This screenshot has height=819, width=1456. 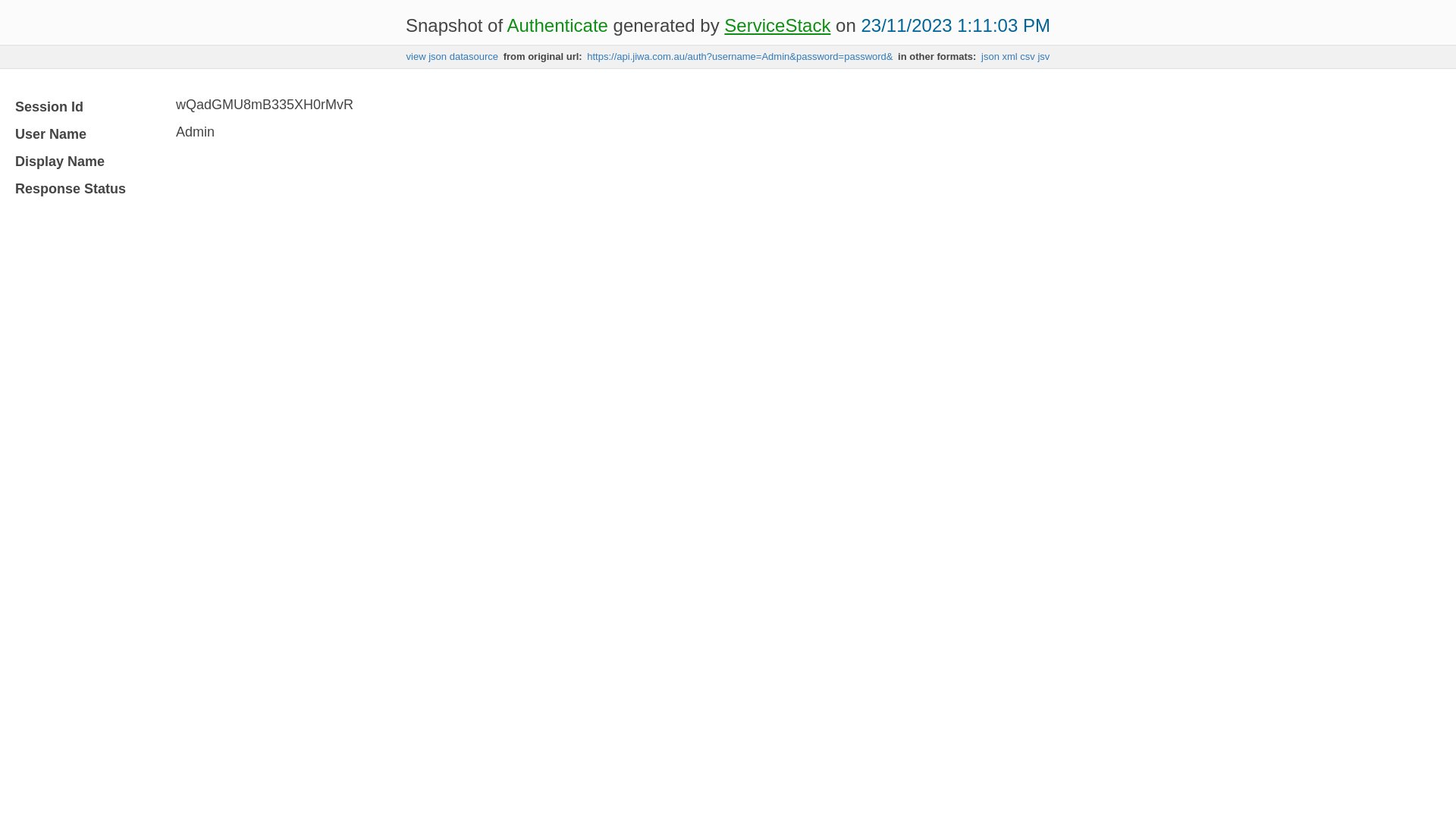 I want to click on 'view json datasource', so click(x=451, y=55).